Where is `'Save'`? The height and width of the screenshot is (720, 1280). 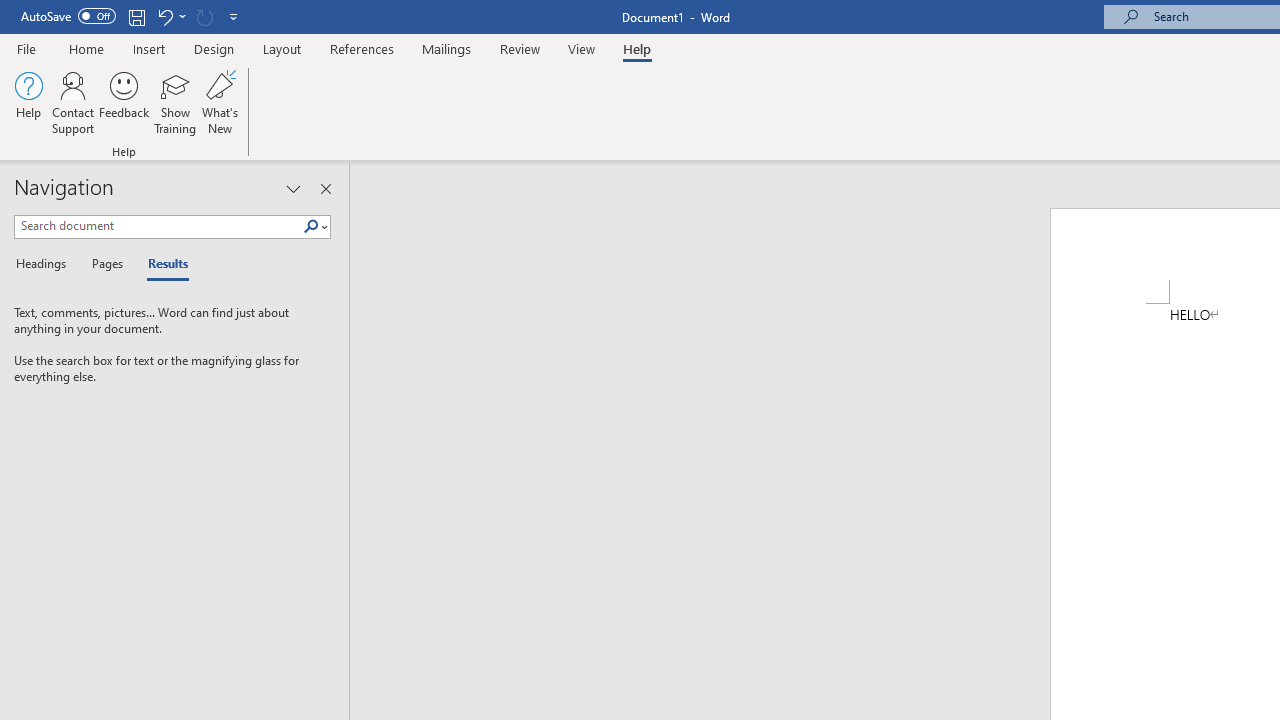
'Save' is located at coordinates (135, 16).